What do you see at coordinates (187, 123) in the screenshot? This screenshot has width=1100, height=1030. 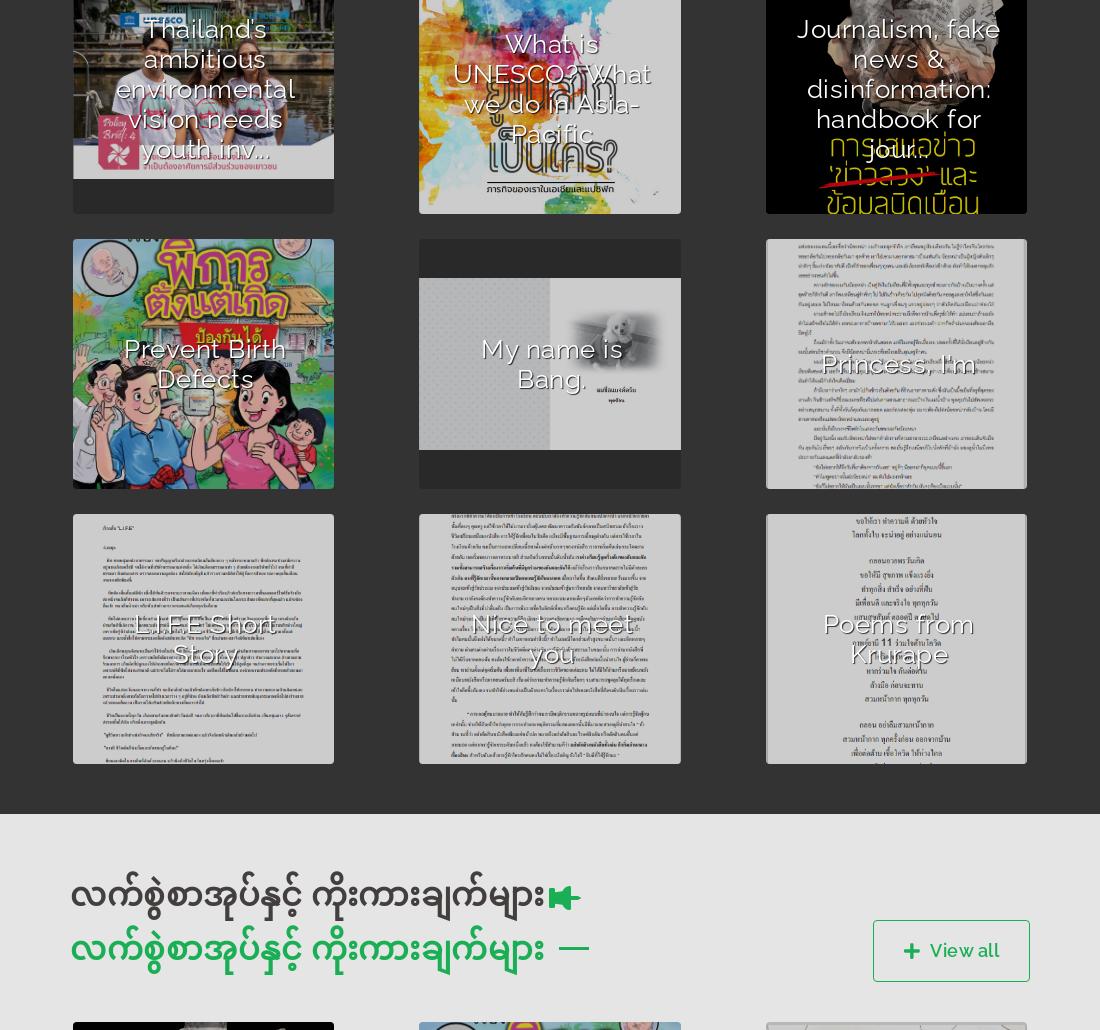 I see `'Summary of research: Thailand’s ambitious environmental vision needs youth in...'` at bounding box center [187, 123].